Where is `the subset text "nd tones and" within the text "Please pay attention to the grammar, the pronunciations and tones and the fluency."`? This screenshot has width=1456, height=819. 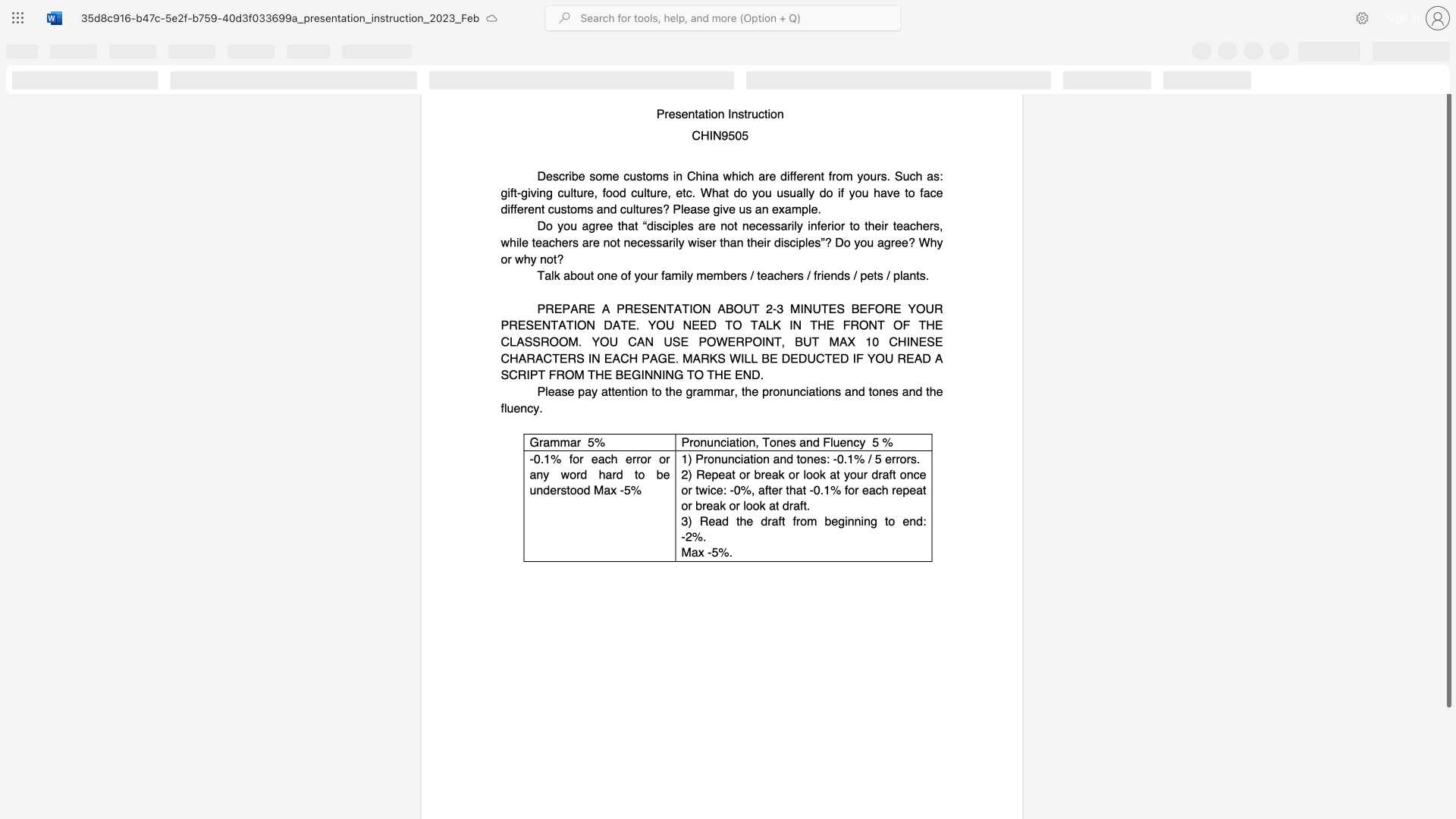
the subset text "nd tones and" within the text "Please pay attention to the grammar, the pronunciations and tones and the fluency." is located at coordinates (852, 391).